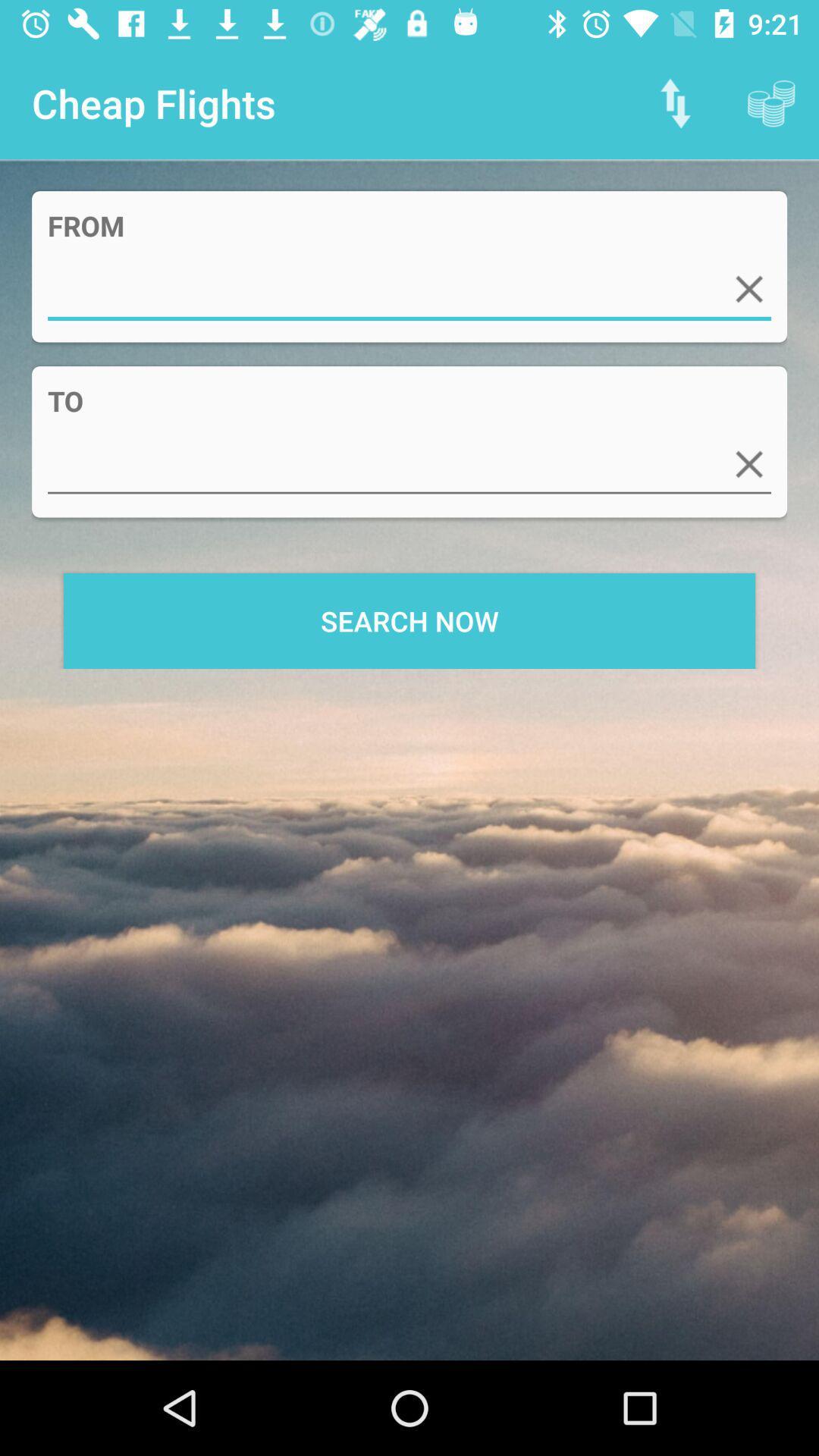 The height and width of the screenshot is (1456, 819). Describe the element at coordinates (409, 463) in the screenshot. I see `icon above search now` at that location.